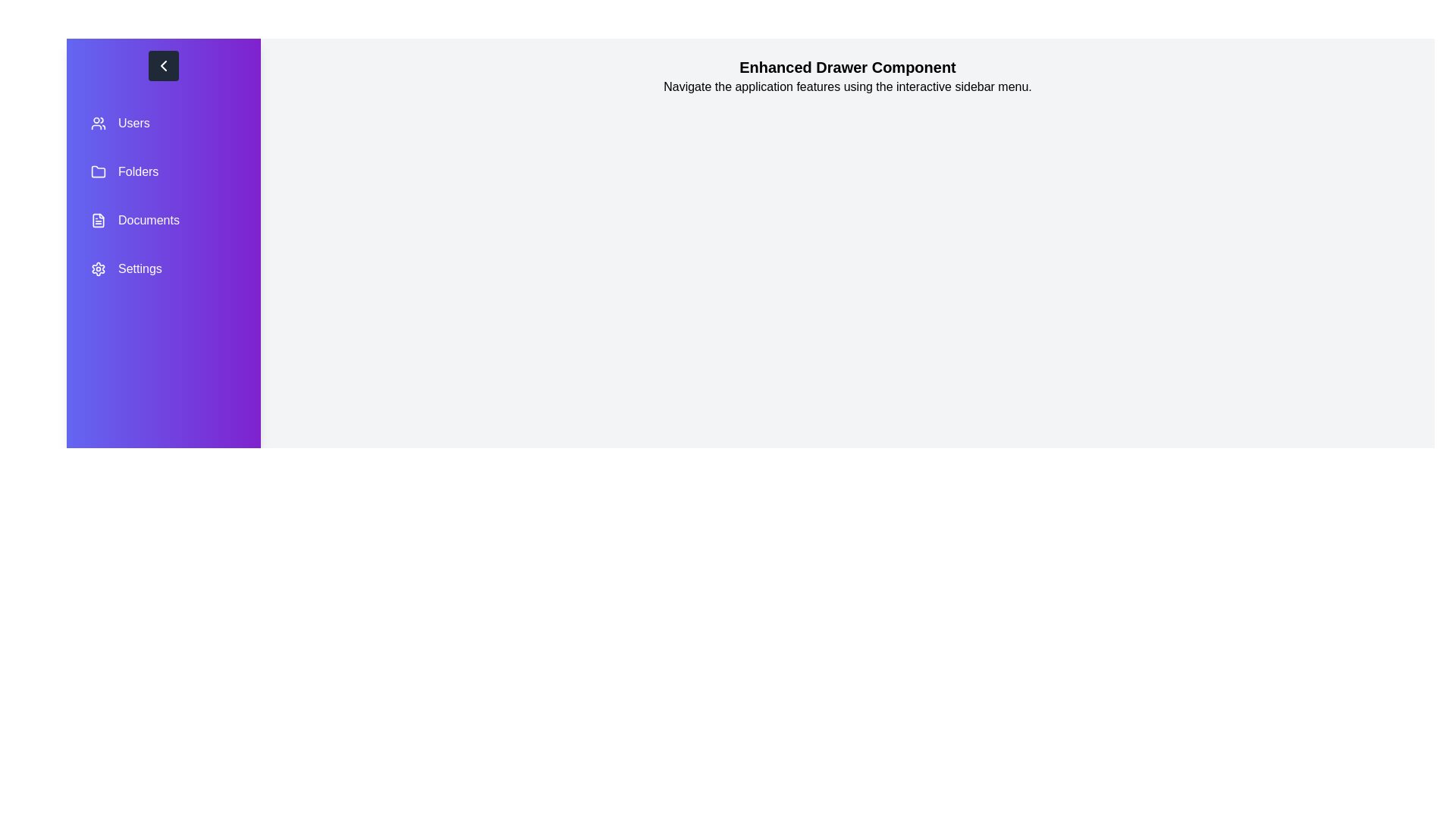 This screenshot has height=819, width=1456. What do you see at coordinates (164, 220) in the screenshot?
I see `the menu item labeled Documents to observe the hover effect` at bounding box center [164, 220].